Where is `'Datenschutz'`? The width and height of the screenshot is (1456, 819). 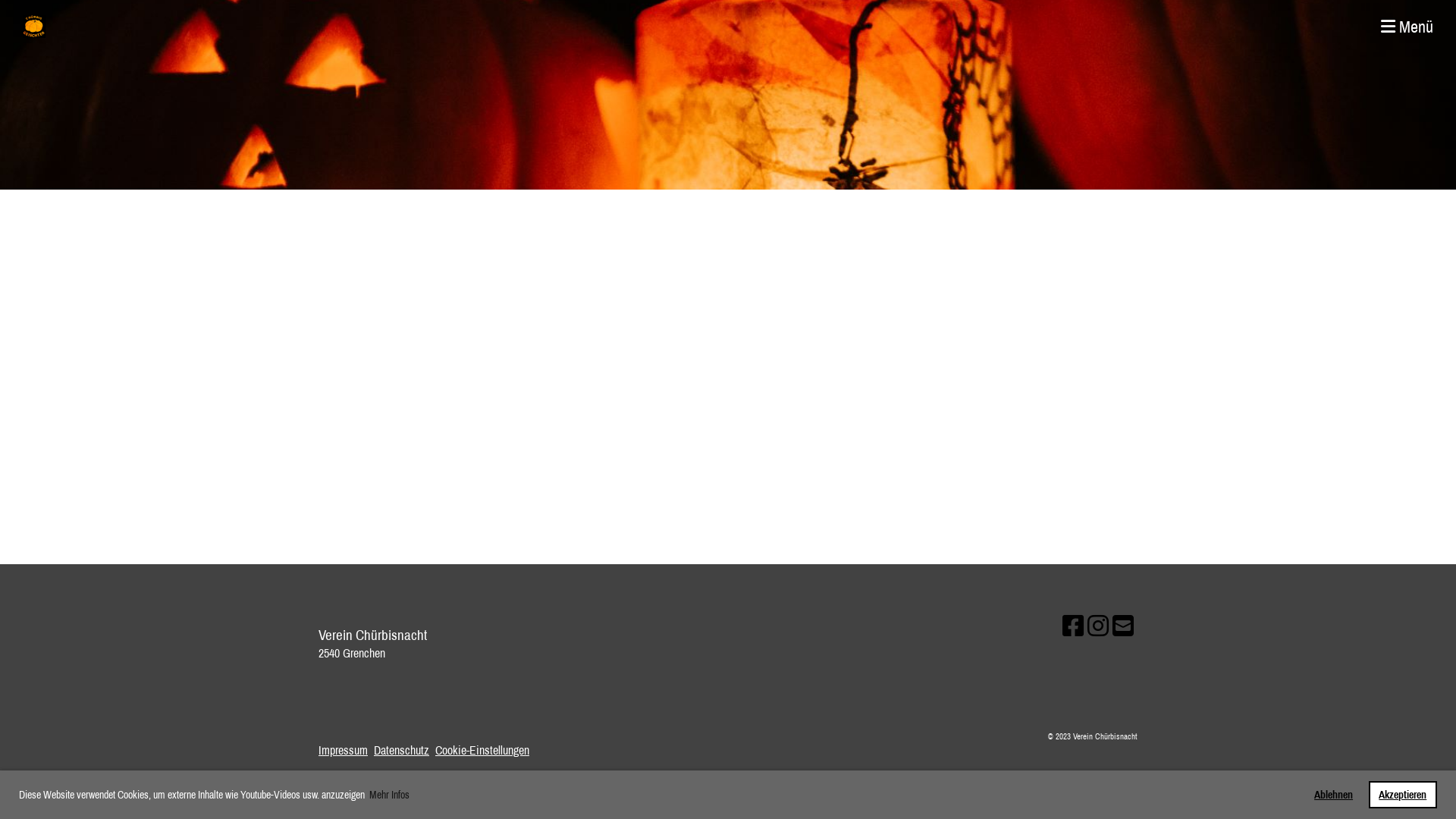
'Datenschutz' is located at coordinates (401, 748).